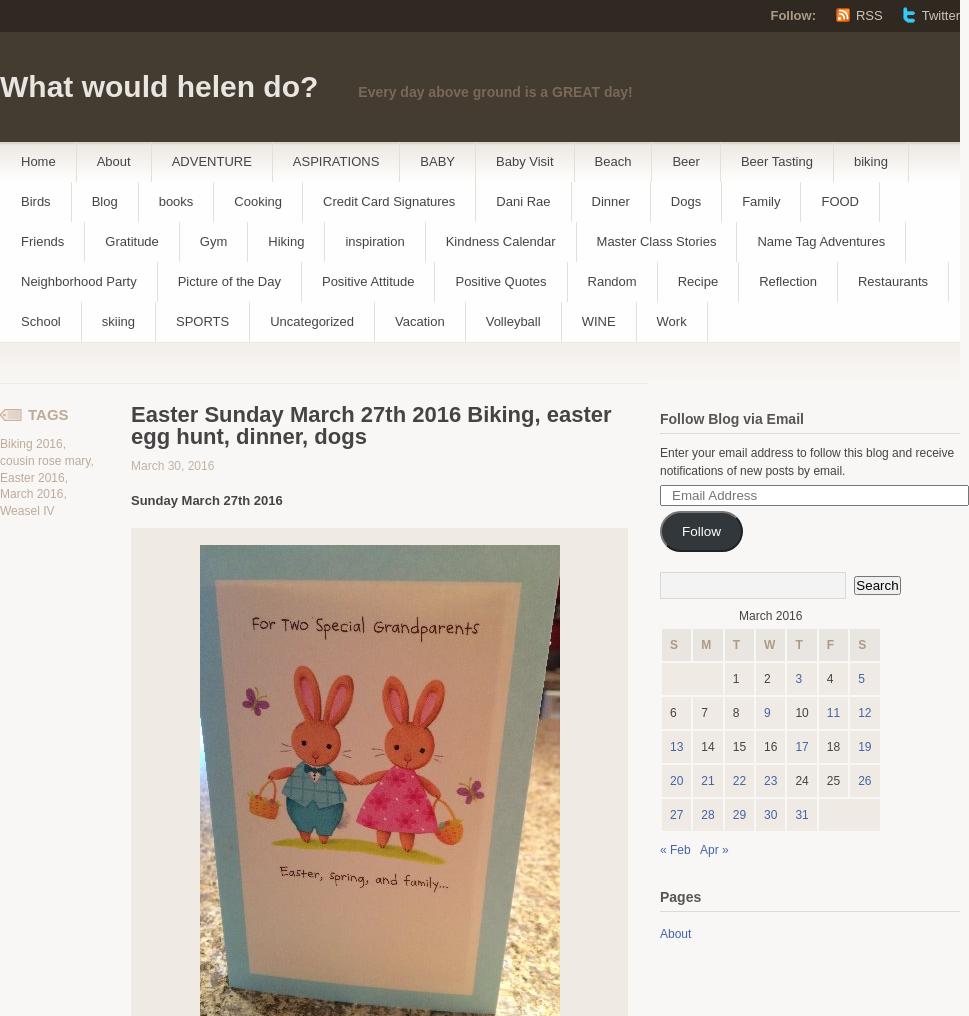 This screenshot has width=969, height=1016. Describe the element at coordinates (801, 814) in the screenshot. I see `'31'` at that location.